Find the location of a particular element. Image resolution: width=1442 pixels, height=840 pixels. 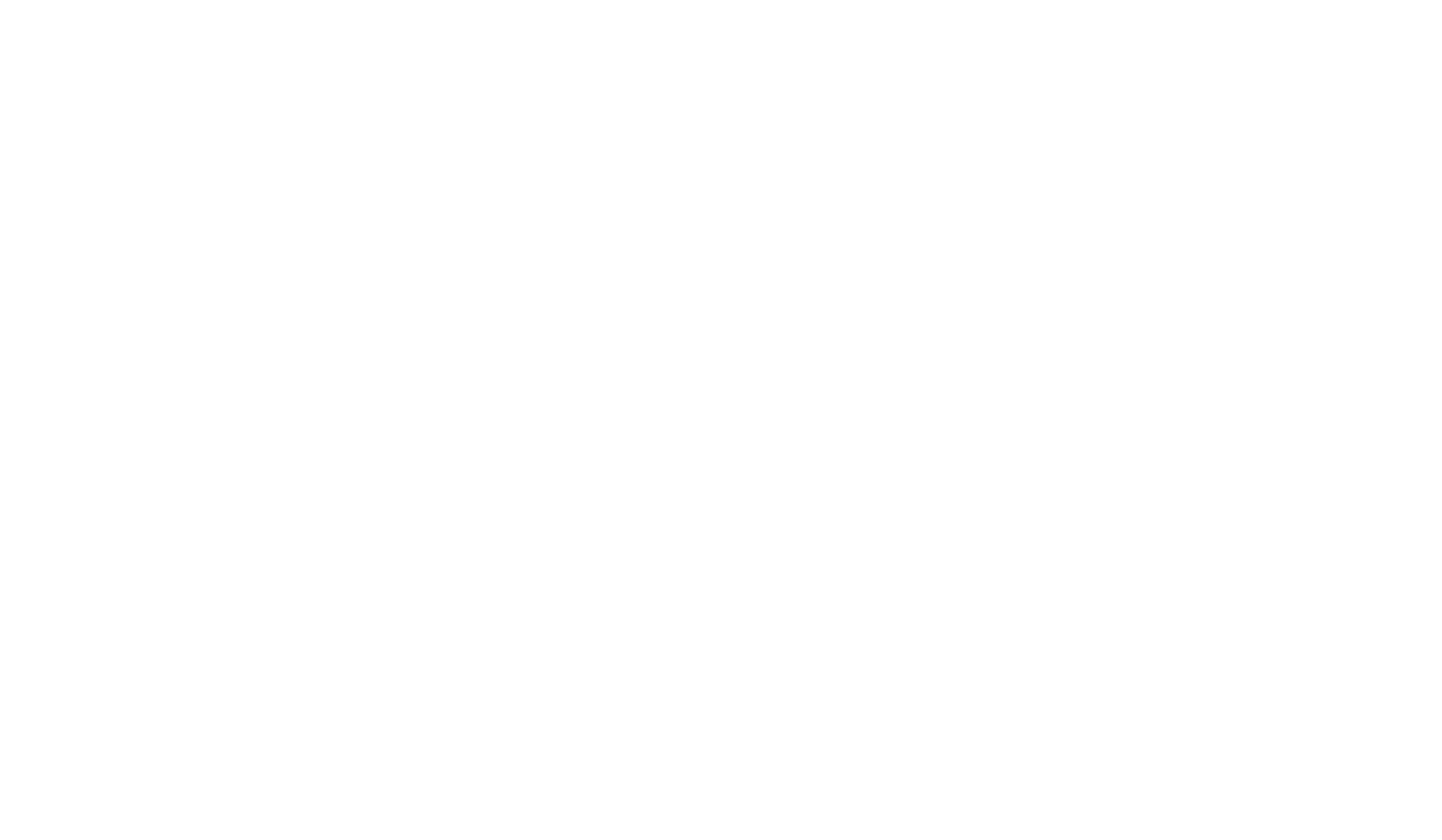

'Discounted After Hours/OnSite Support' is located at coordinates (723, 92).